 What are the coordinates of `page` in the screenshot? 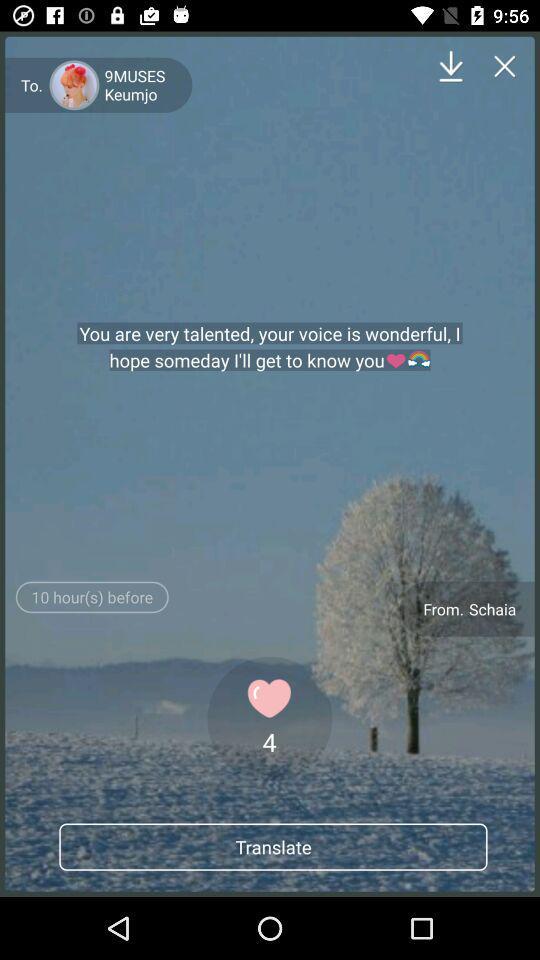 It's located at (504, 66).